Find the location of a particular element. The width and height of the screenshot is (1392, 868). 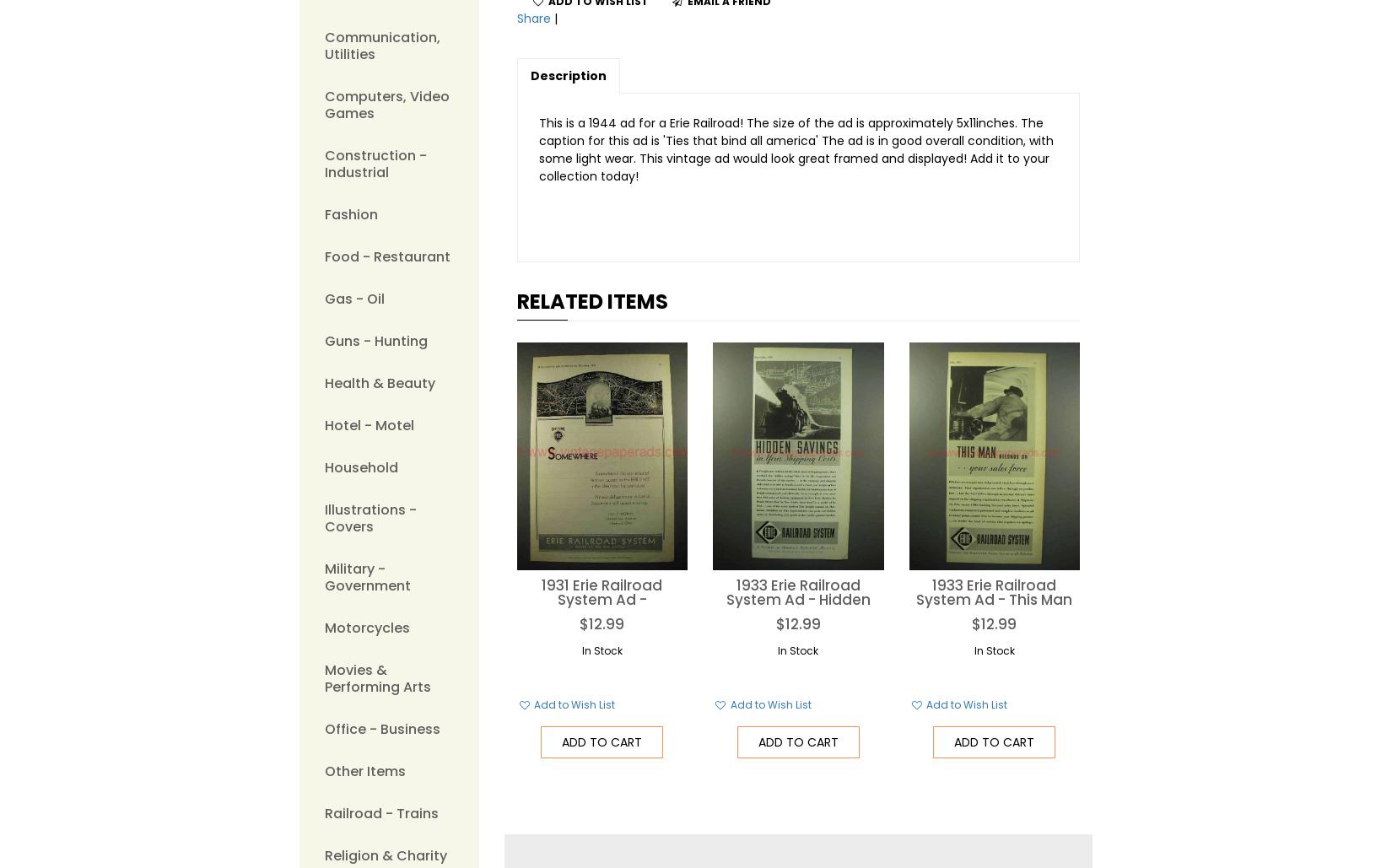

'1931 Erie Railroad System Ad - Somewhere' is located at coordinates (541, 598).